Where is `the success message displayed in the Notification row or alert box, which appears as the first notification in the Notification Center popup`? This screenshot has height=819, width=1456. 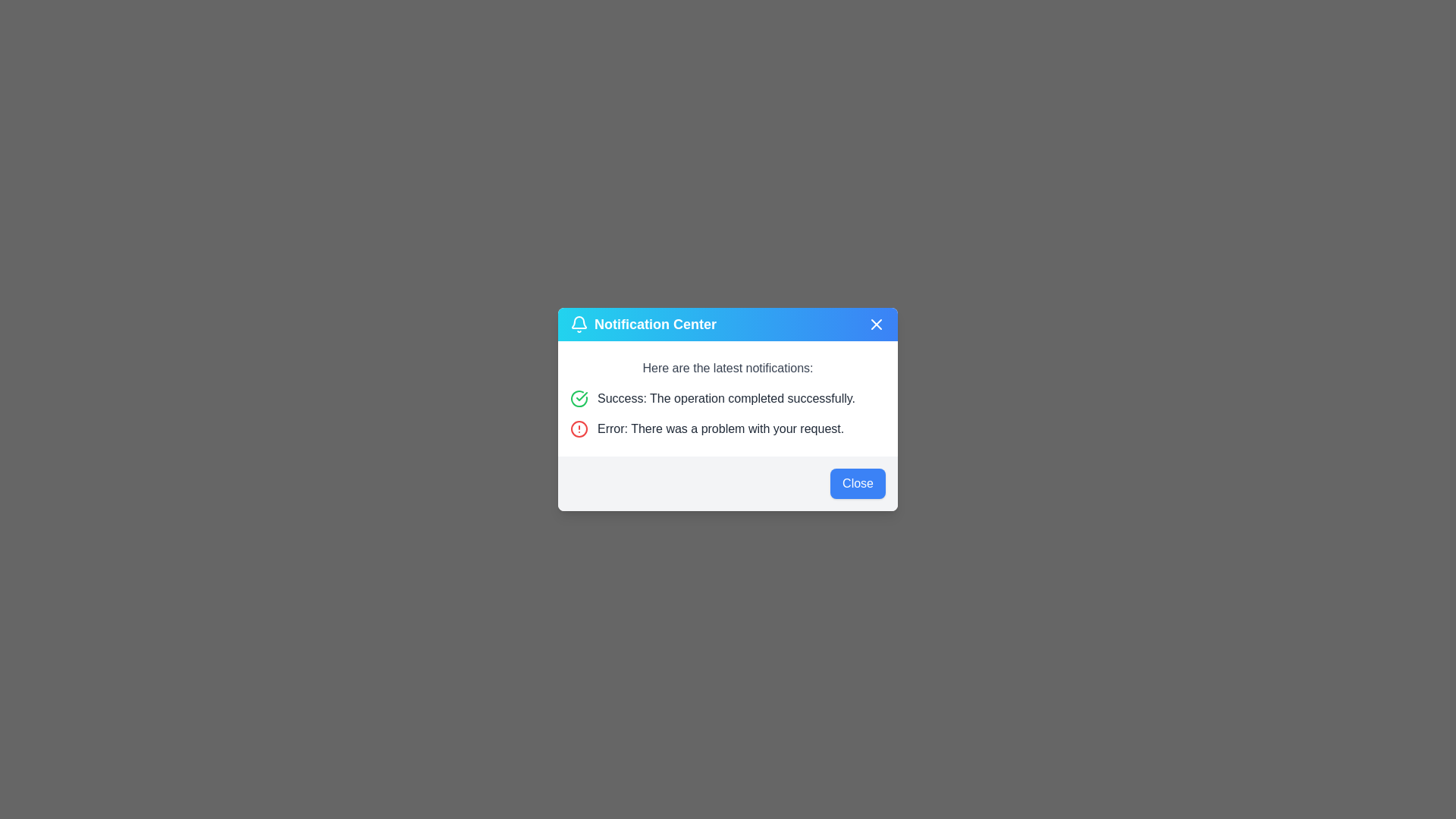
the success message displayed in the Notification row or alert box, which appears as the first notification in the Notification Center popup is located at coordinates (728, 397).